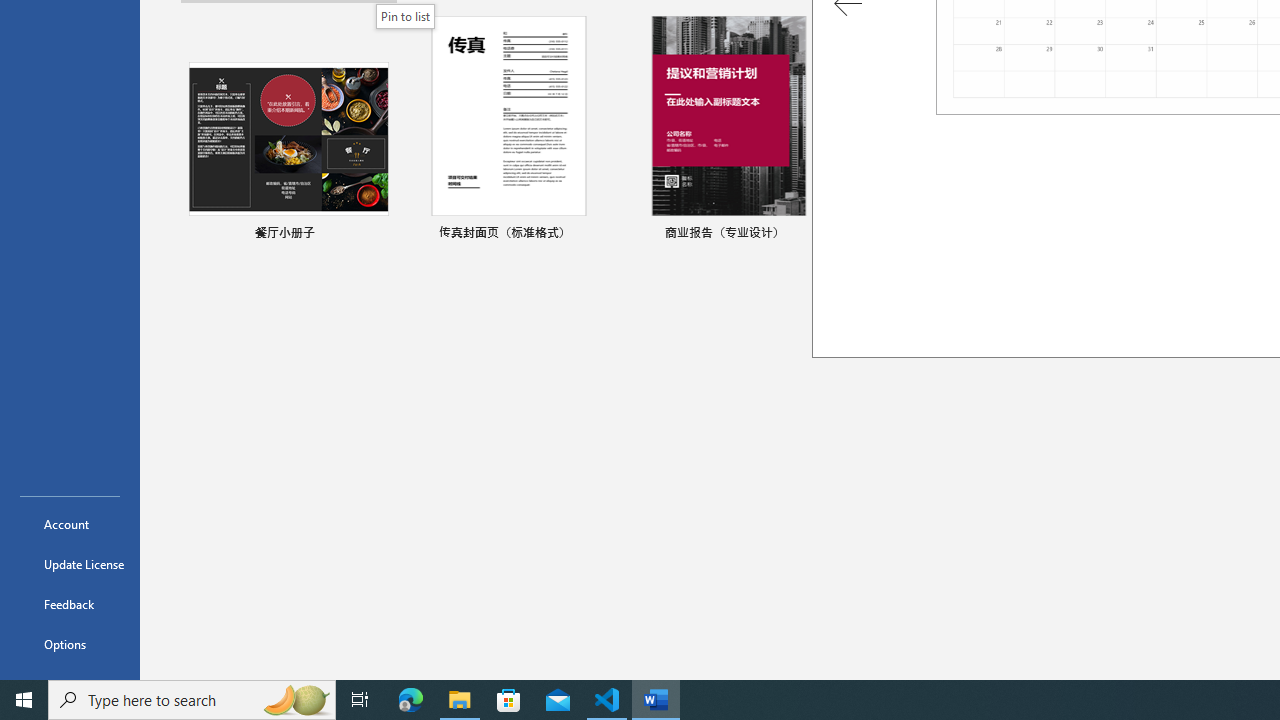 This screenshot has height=720, width=1280. I want to click on 'Pin to list', so click(404, 16).